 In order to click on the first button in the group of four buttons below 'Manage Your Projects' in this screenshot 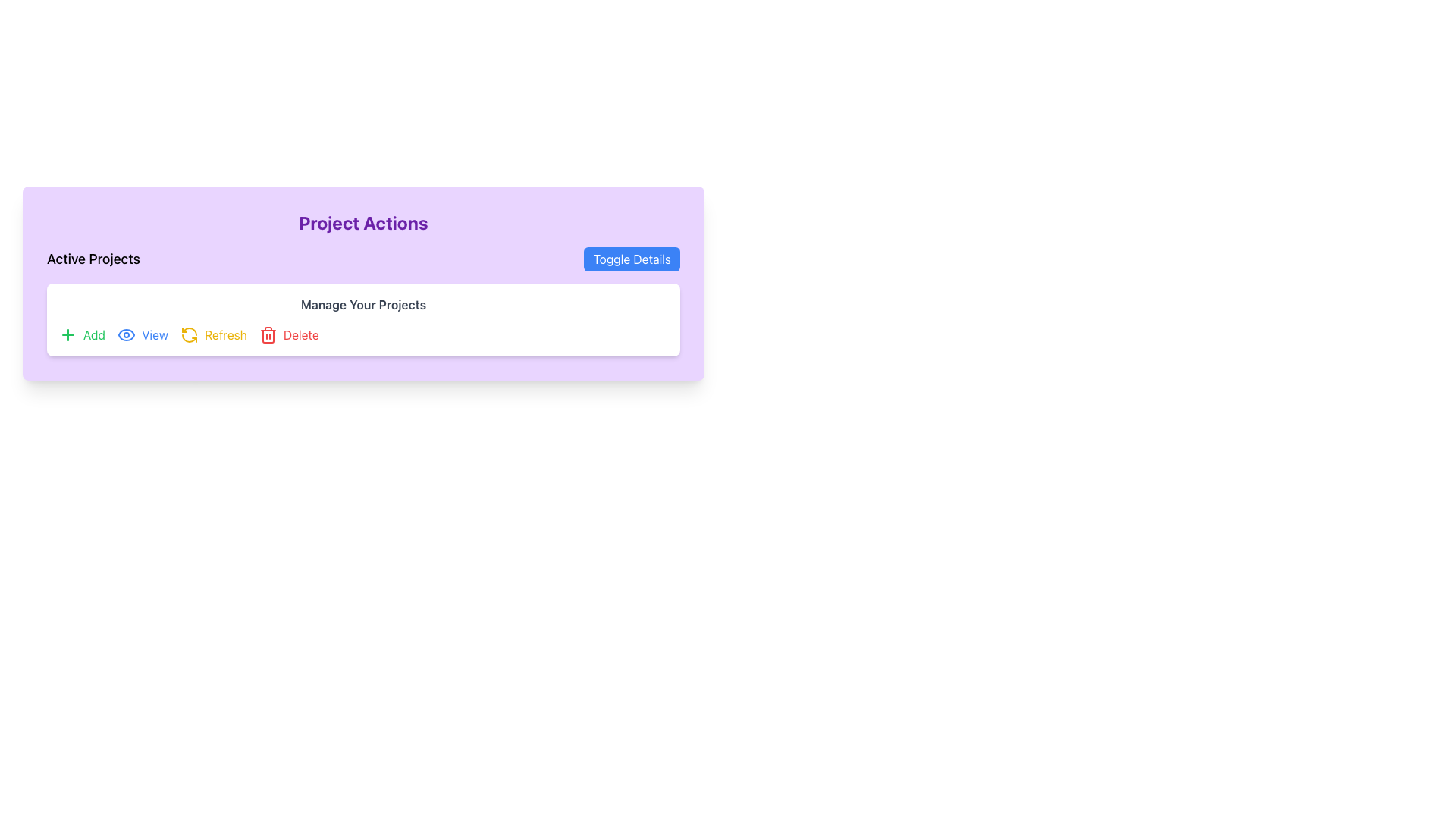, I will do `click(81, 334)`.